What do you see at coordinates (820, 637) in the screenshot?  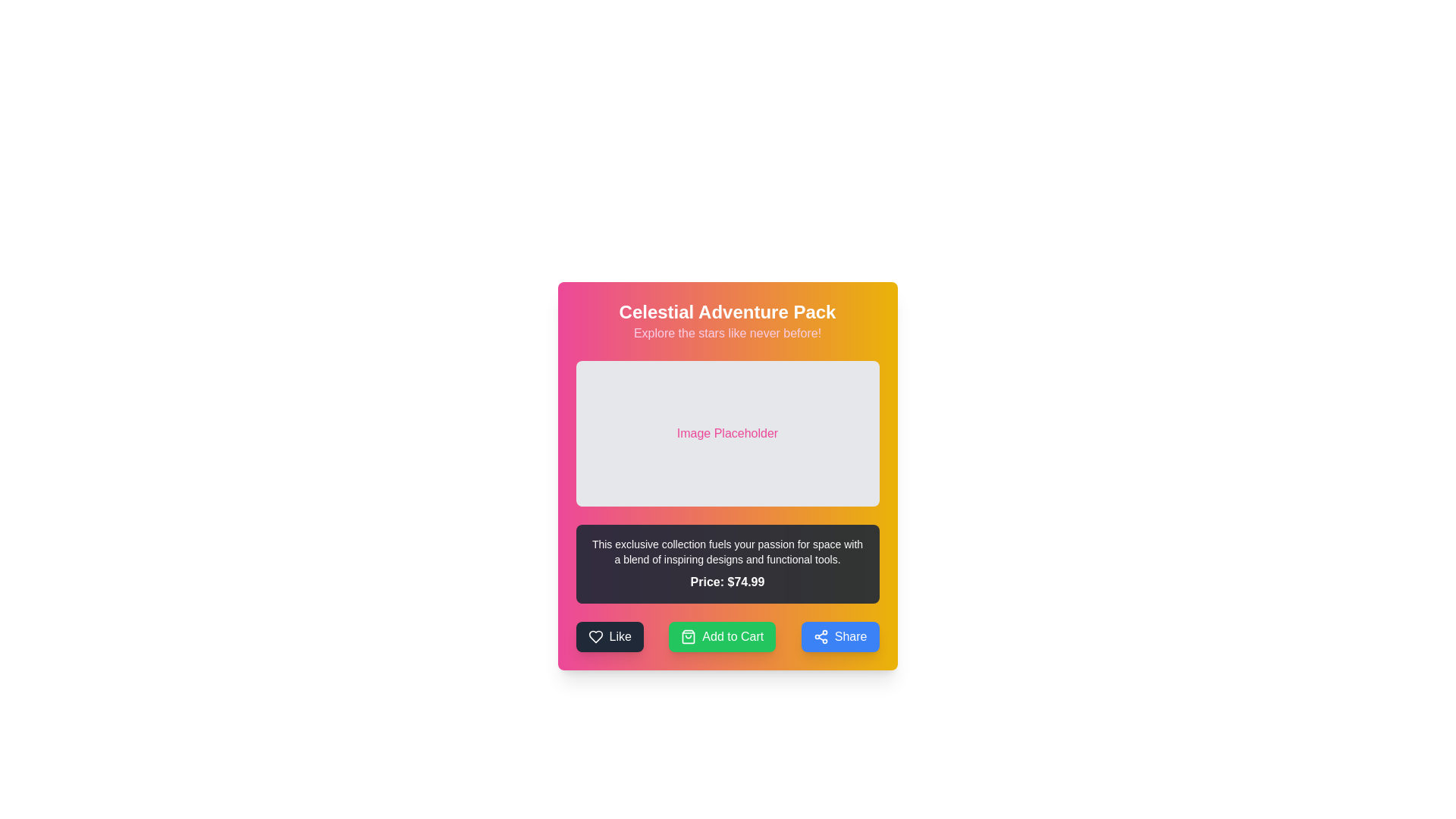 I see `the share icon on the blue 'Share' button located at the right end of the button row at the bottom of the card for more options` at bounding box center [820, 637].